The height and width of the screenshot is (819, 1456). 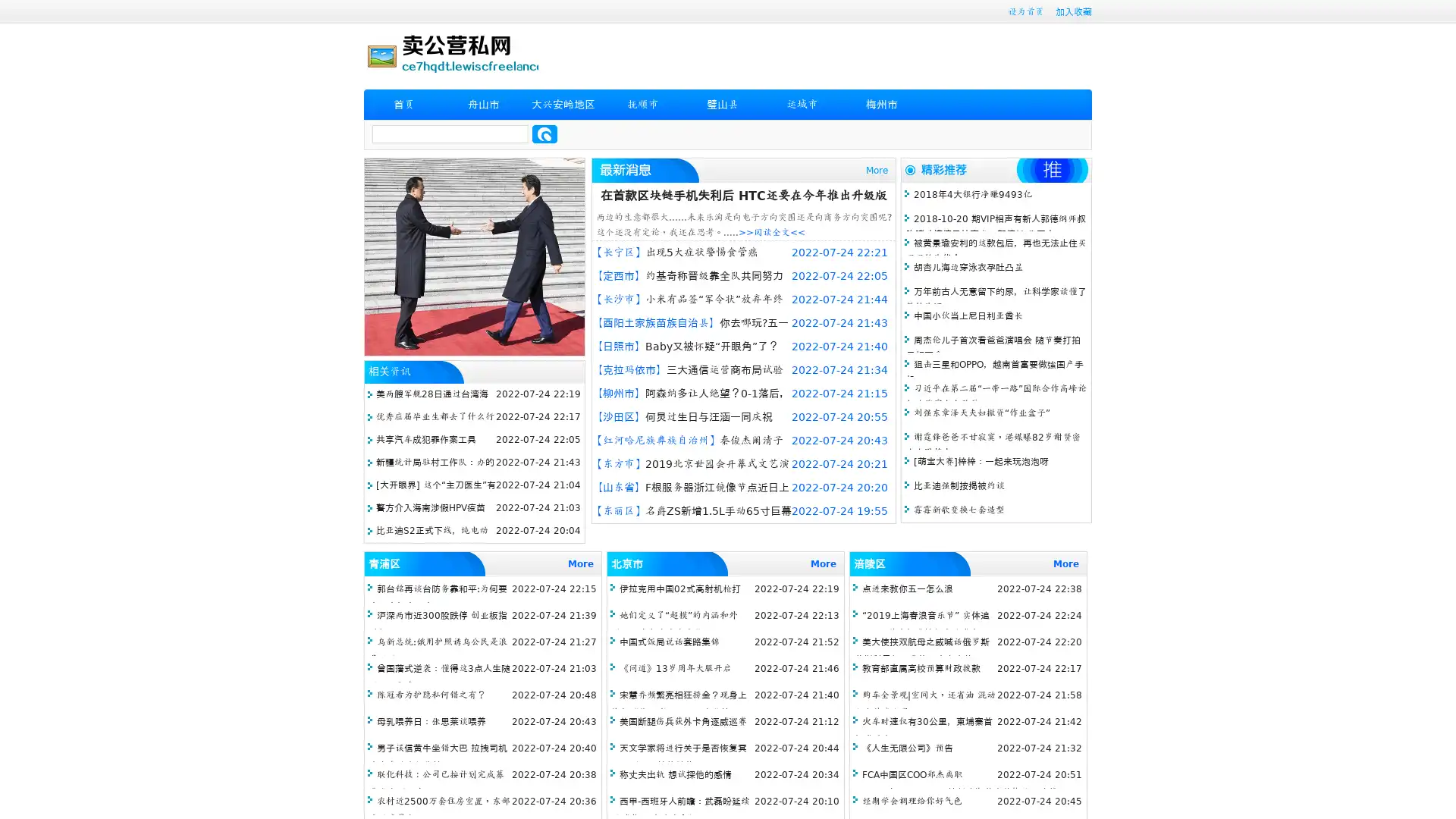 I want to click on Search, so click(x=544, y=133).